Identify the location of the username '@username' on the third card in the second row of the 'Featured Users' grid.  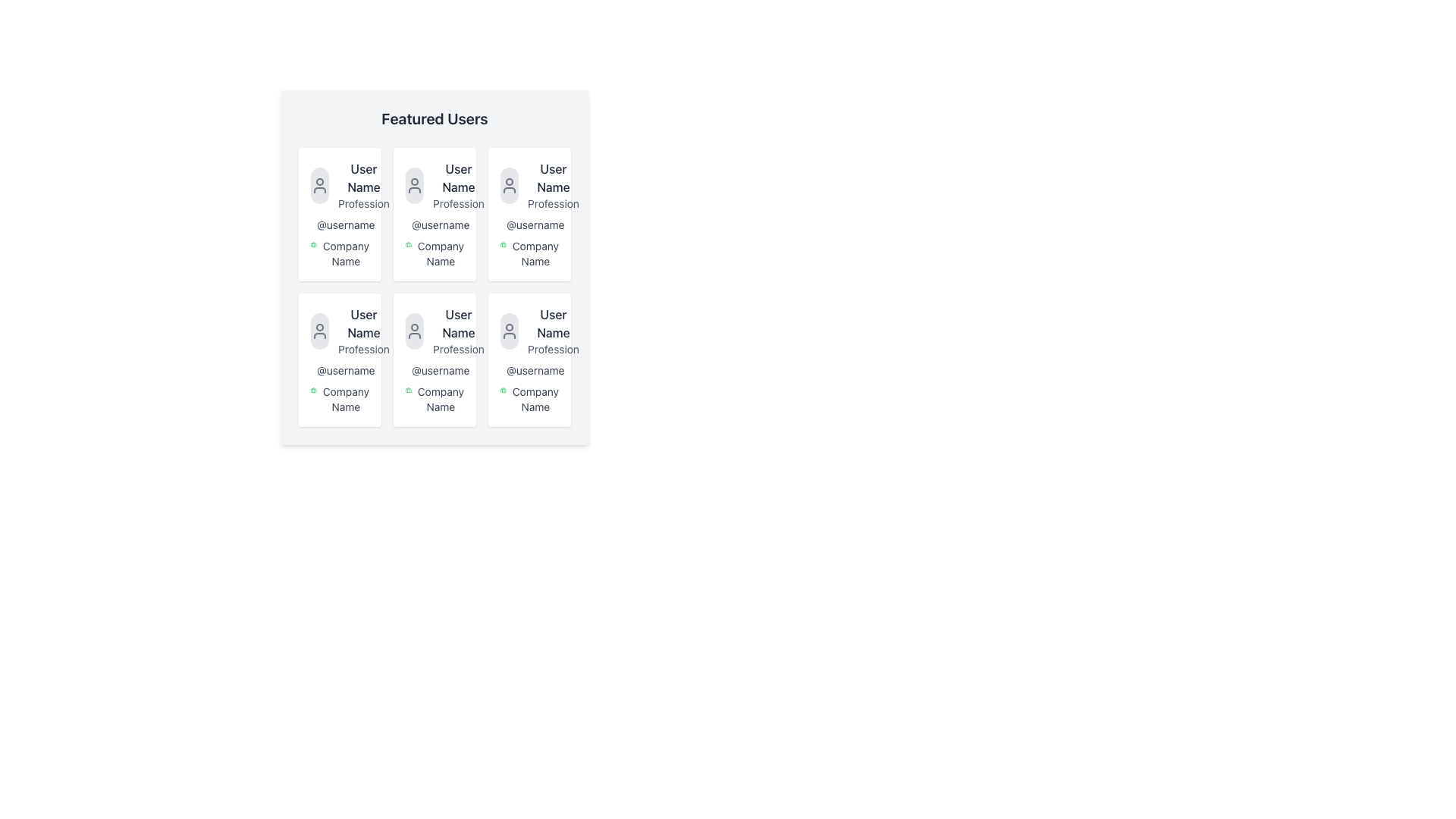
(529, 359).